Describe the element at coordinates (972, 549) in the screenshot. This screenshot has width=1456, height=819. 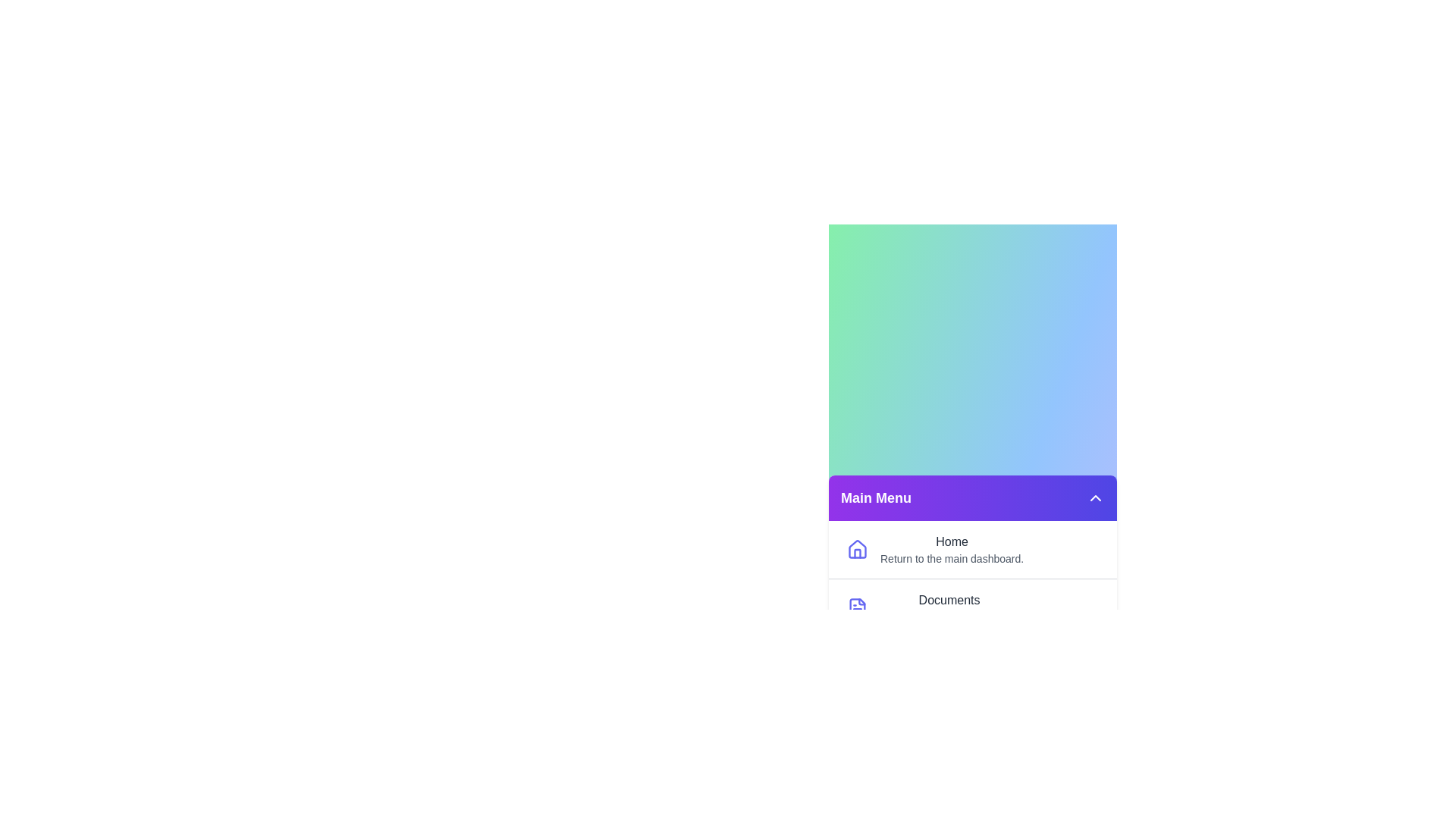
I see `the menu item labeled Home to reveal its tooltip or visual feedback` at that location.